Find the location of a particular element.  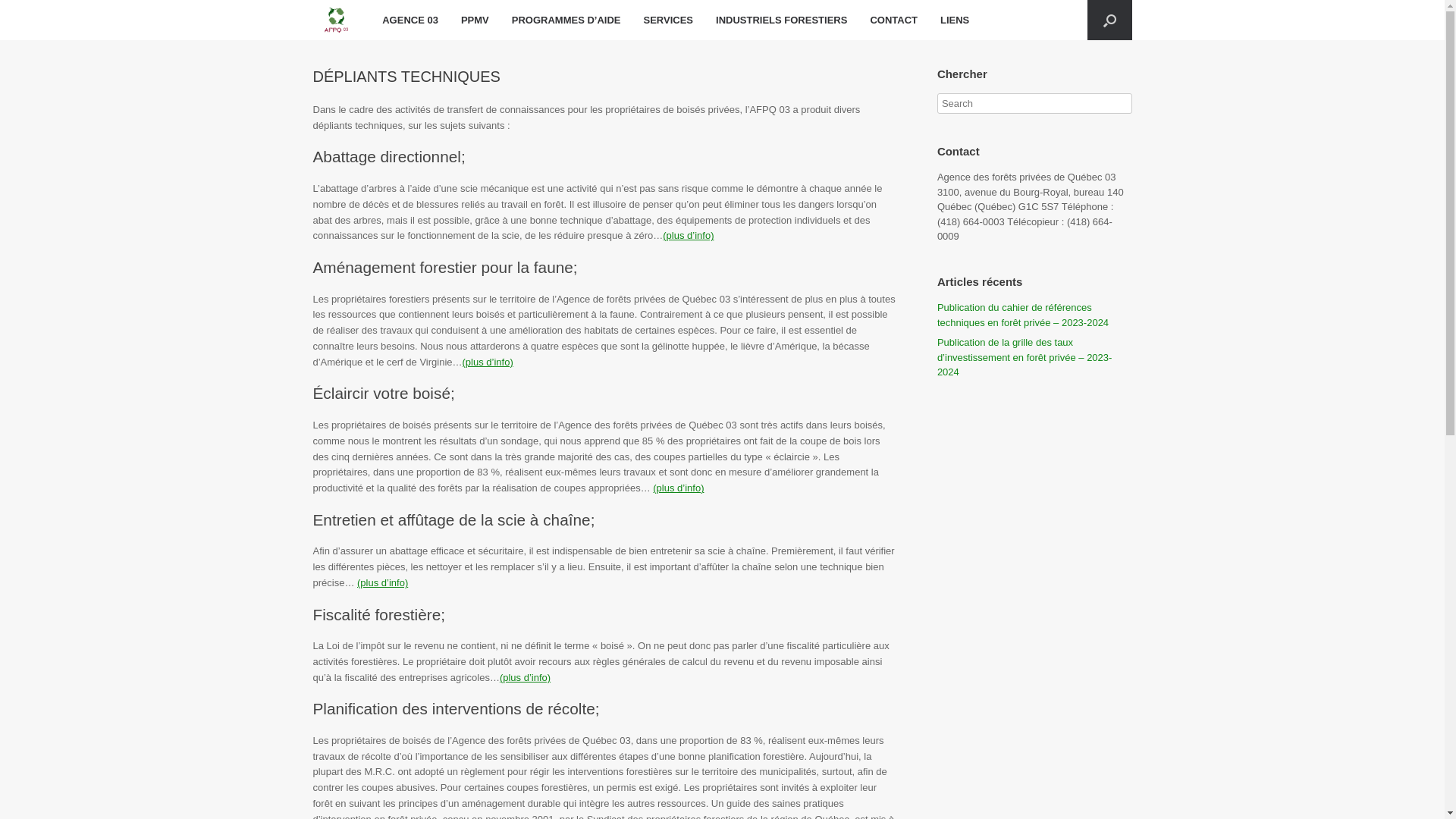

'AFPQ 03' is located at coordinates (334, 20).